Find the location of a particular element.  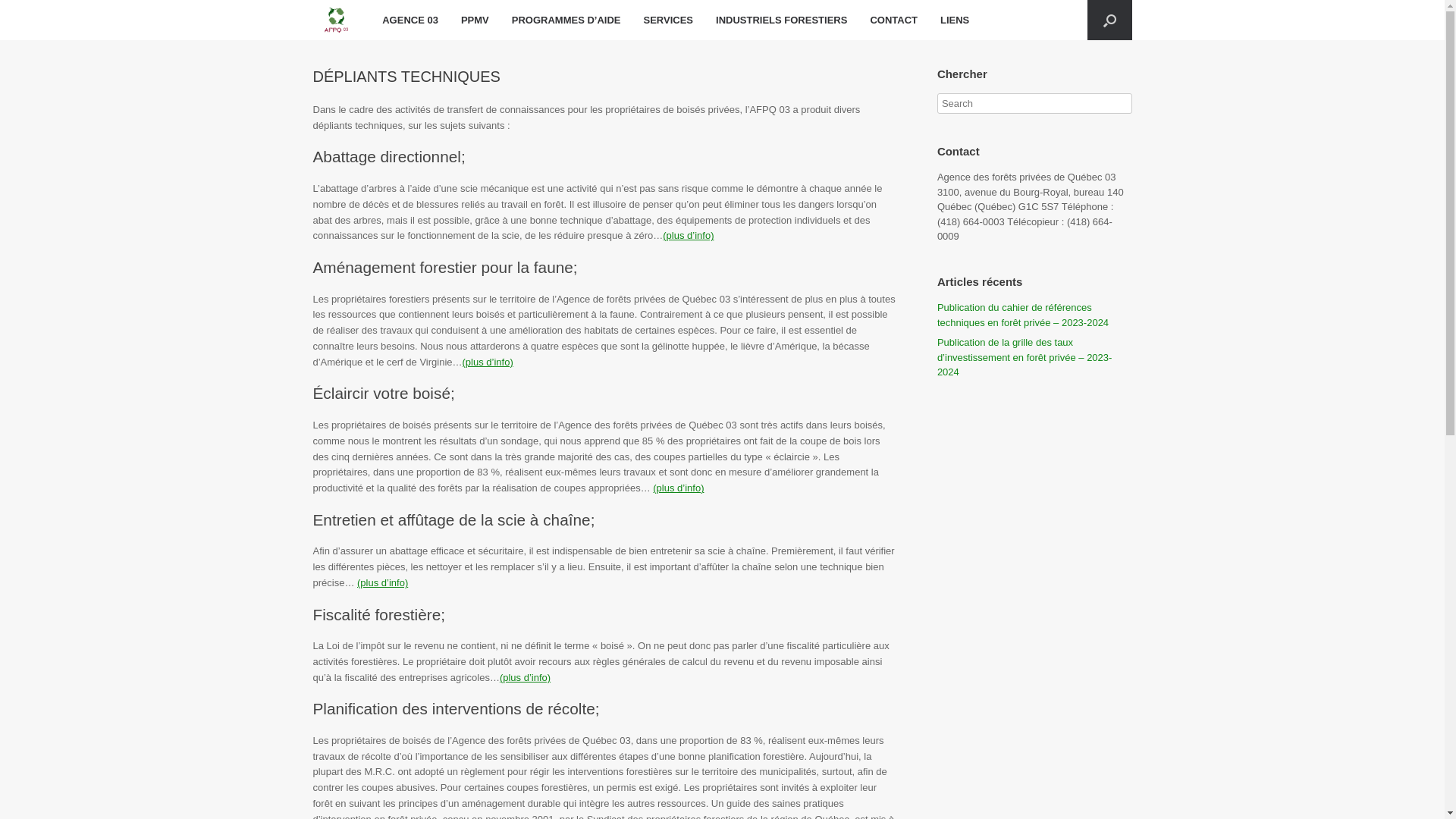

'AFPQ 03' is located at coordinates (334, 20).